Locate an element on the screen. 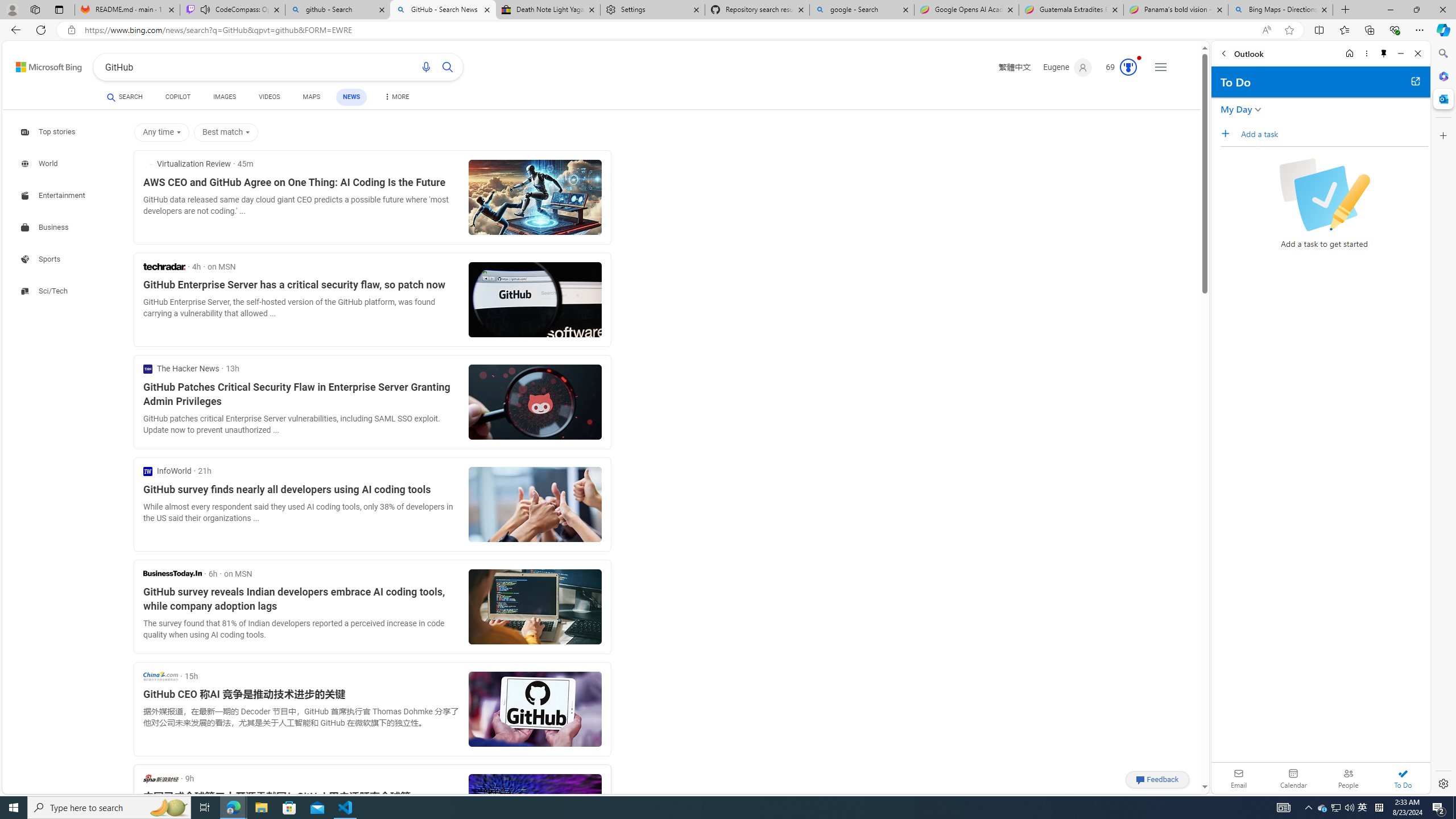 The width and height of the screenshot is (1456, 819). 'My Day' is located at coordinates (1235, 109).